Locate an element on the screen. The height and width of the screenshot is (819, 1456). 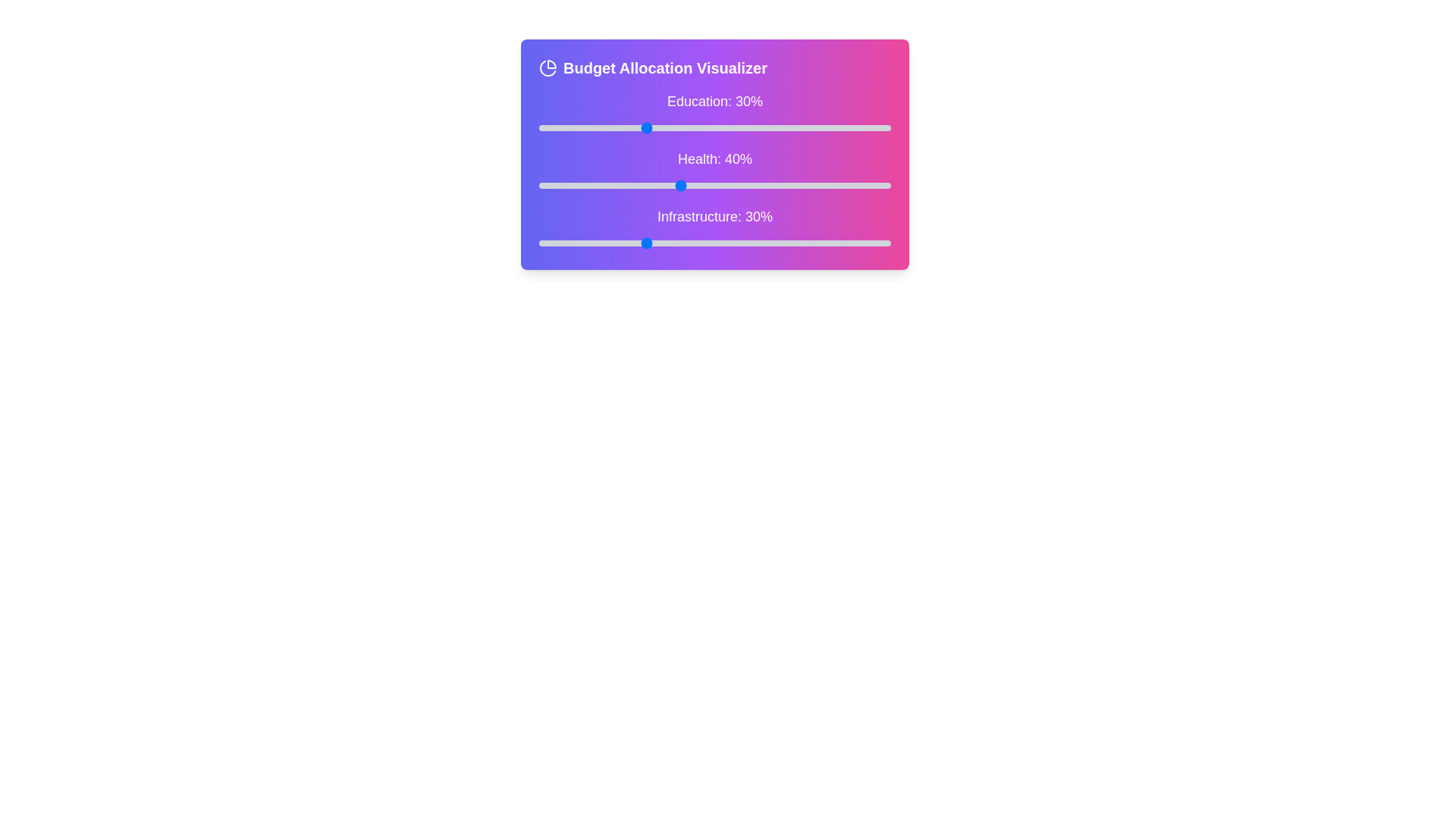
the Education budget is located at coordinates (880, 127).